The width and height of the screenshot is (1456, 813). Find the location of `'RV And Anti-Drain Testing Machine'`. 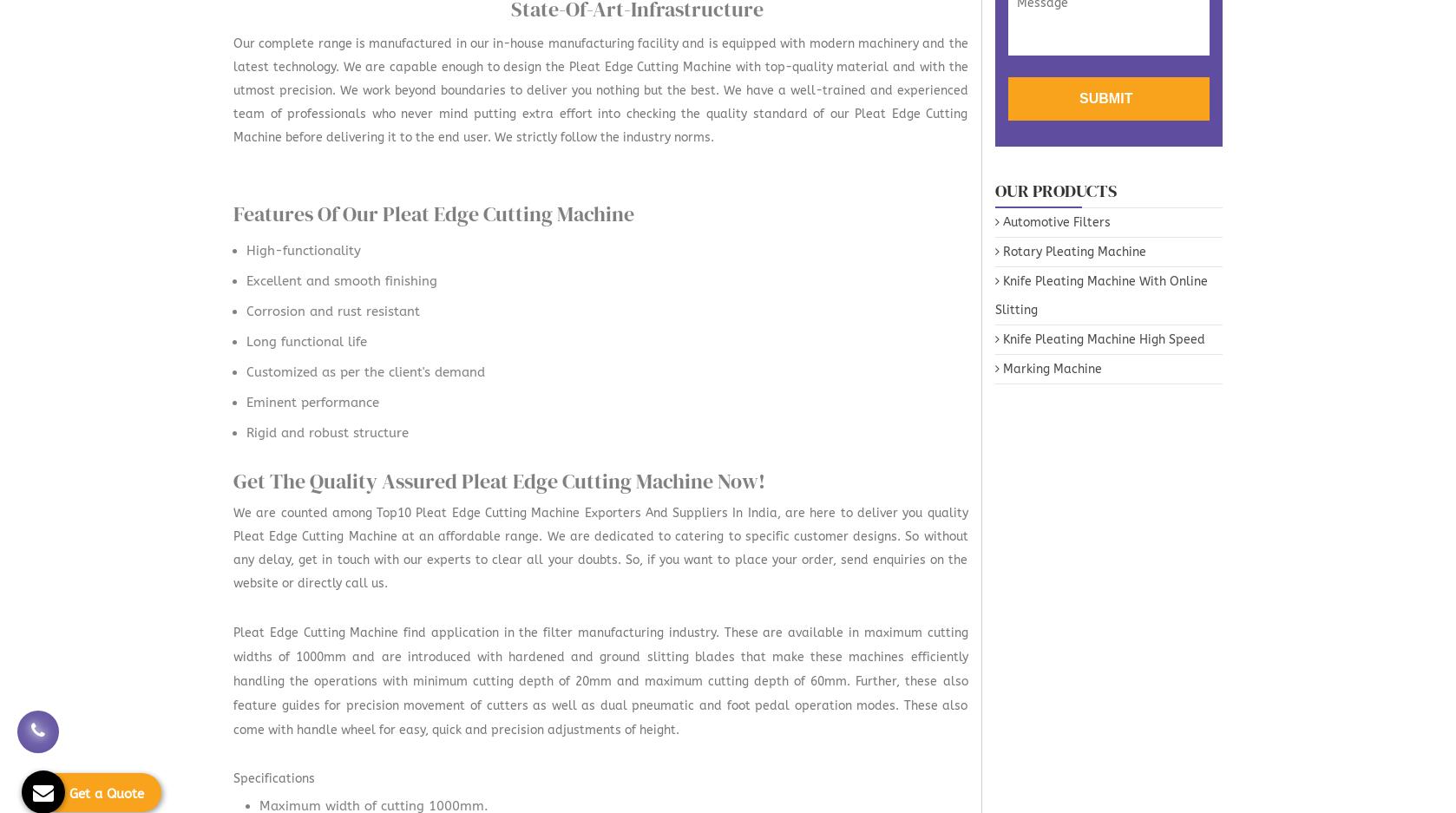

'RV And Anti-Drain Testing Machine' is located at coordinates (978, 142).